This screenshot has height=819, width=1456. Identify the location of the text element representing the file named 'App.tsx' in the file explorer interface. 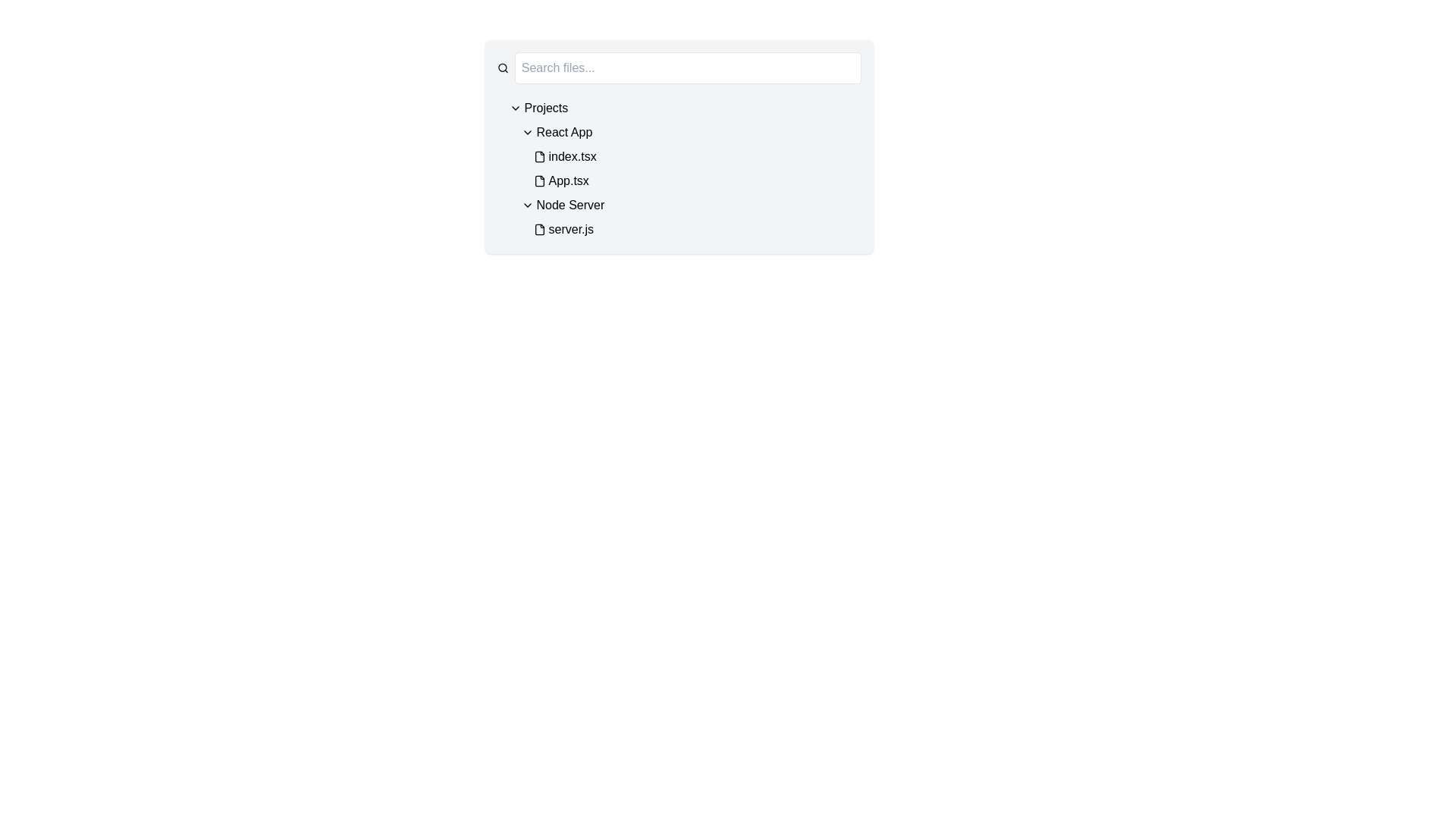
(568, 180).